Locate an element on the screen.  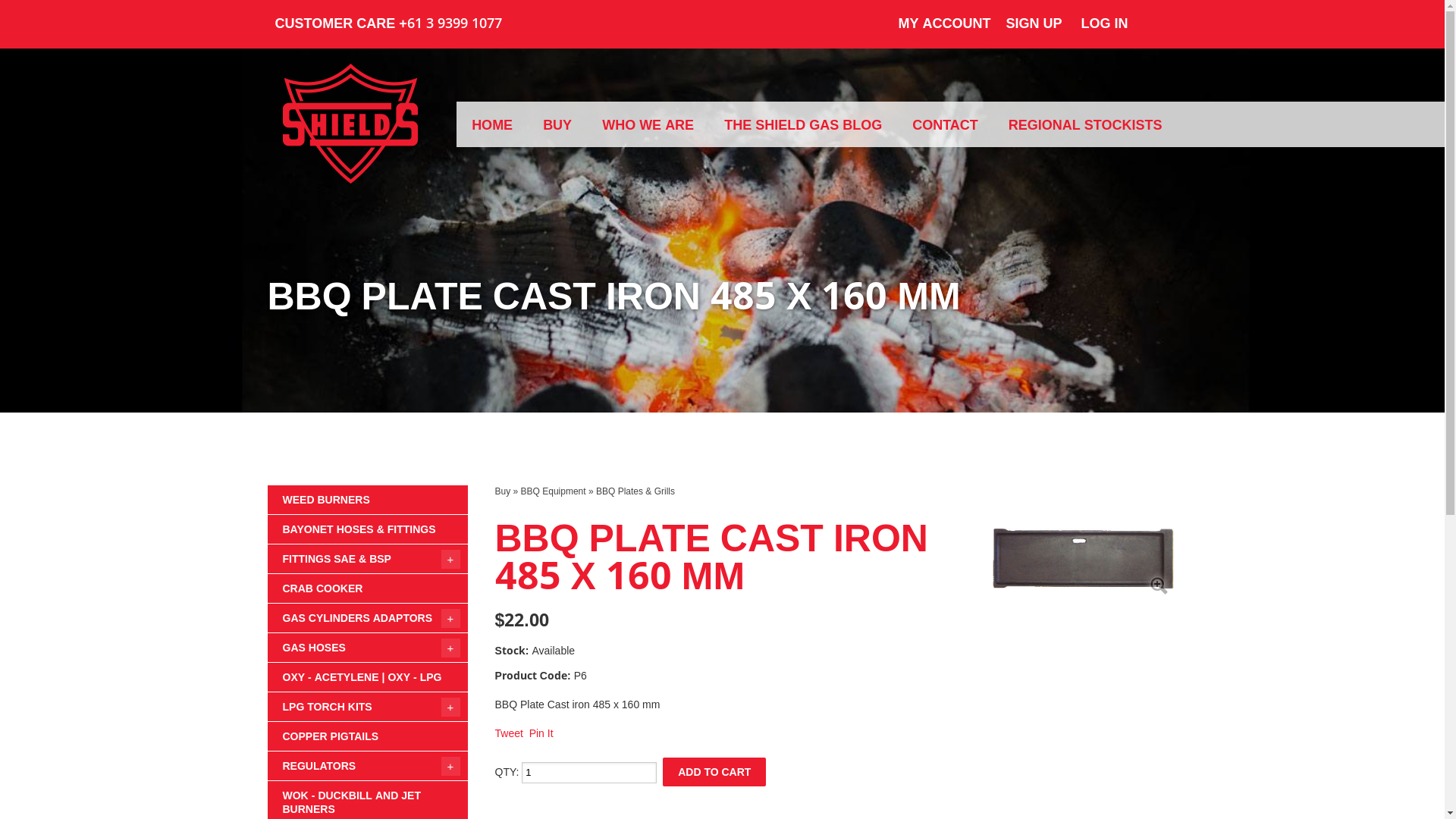
'SIGN UP' is located at coordinates (1042, 23).